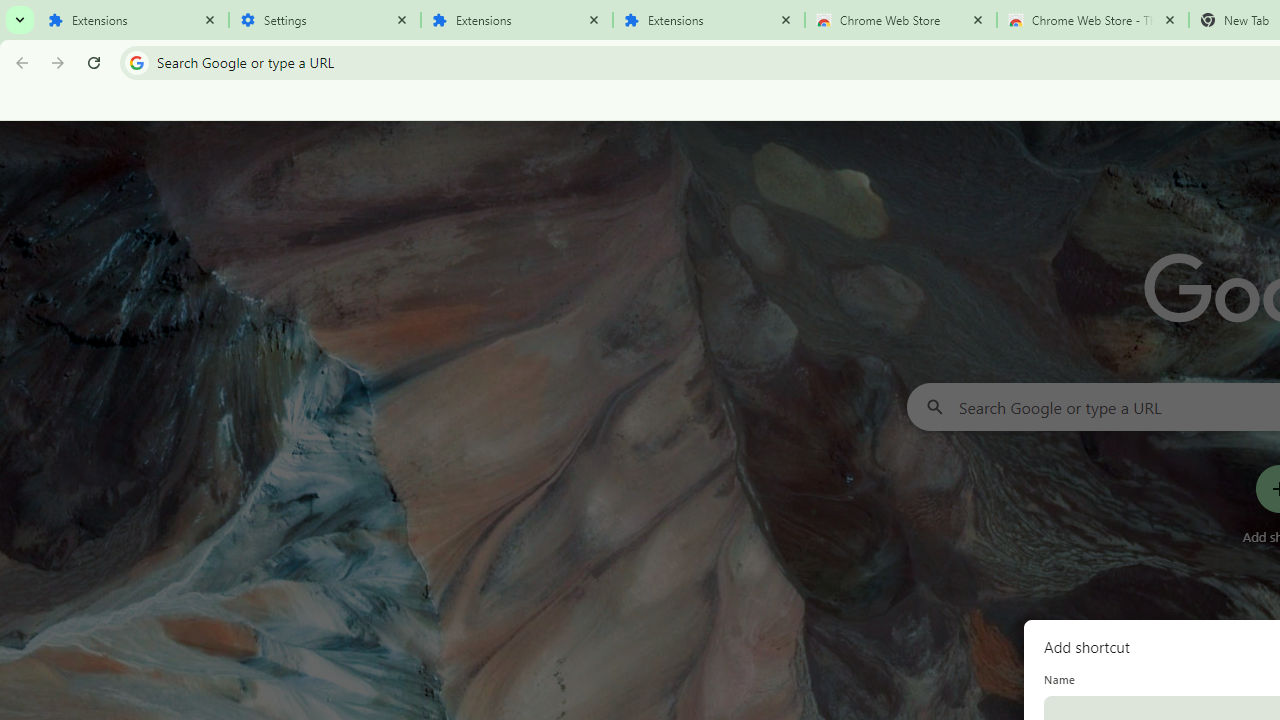 The height and width of the screenshot is (720, 1280). Describe the element at coordinates (132, 20) in the screenshot. I see `'Extensions'` at that location.